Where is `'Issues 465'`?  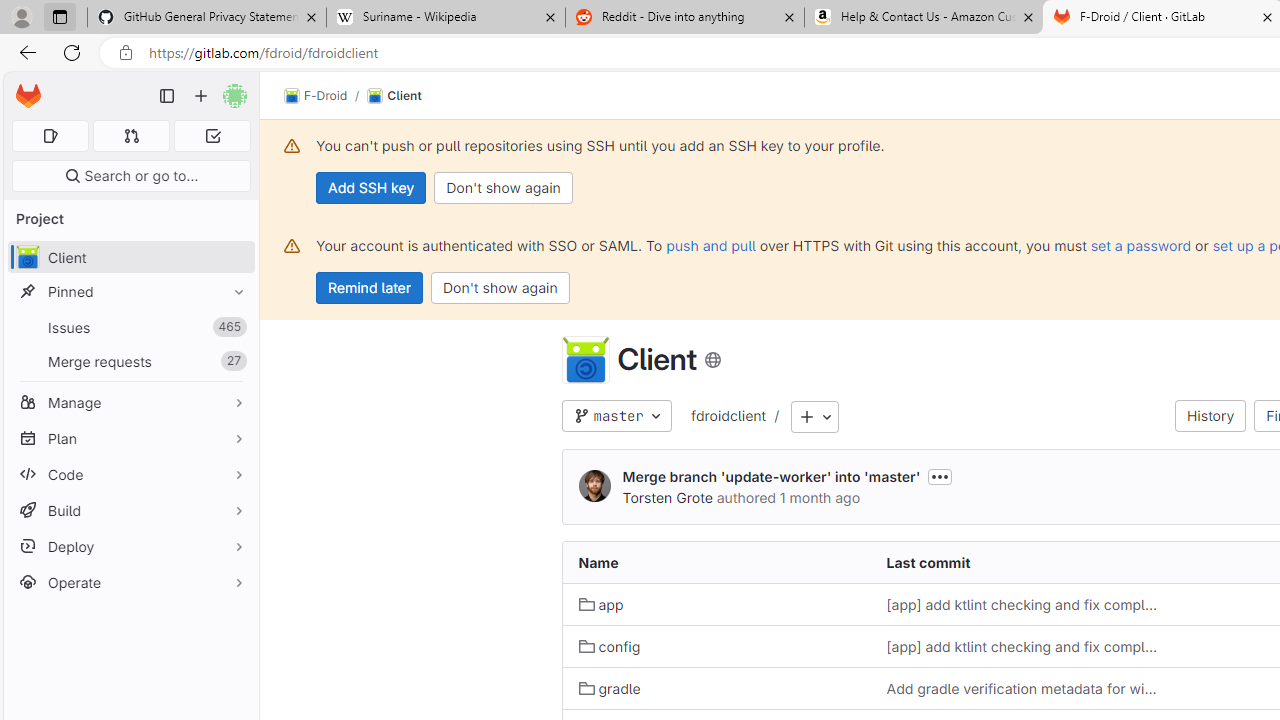 'Issues 465' is located at coordinates (130, 326).